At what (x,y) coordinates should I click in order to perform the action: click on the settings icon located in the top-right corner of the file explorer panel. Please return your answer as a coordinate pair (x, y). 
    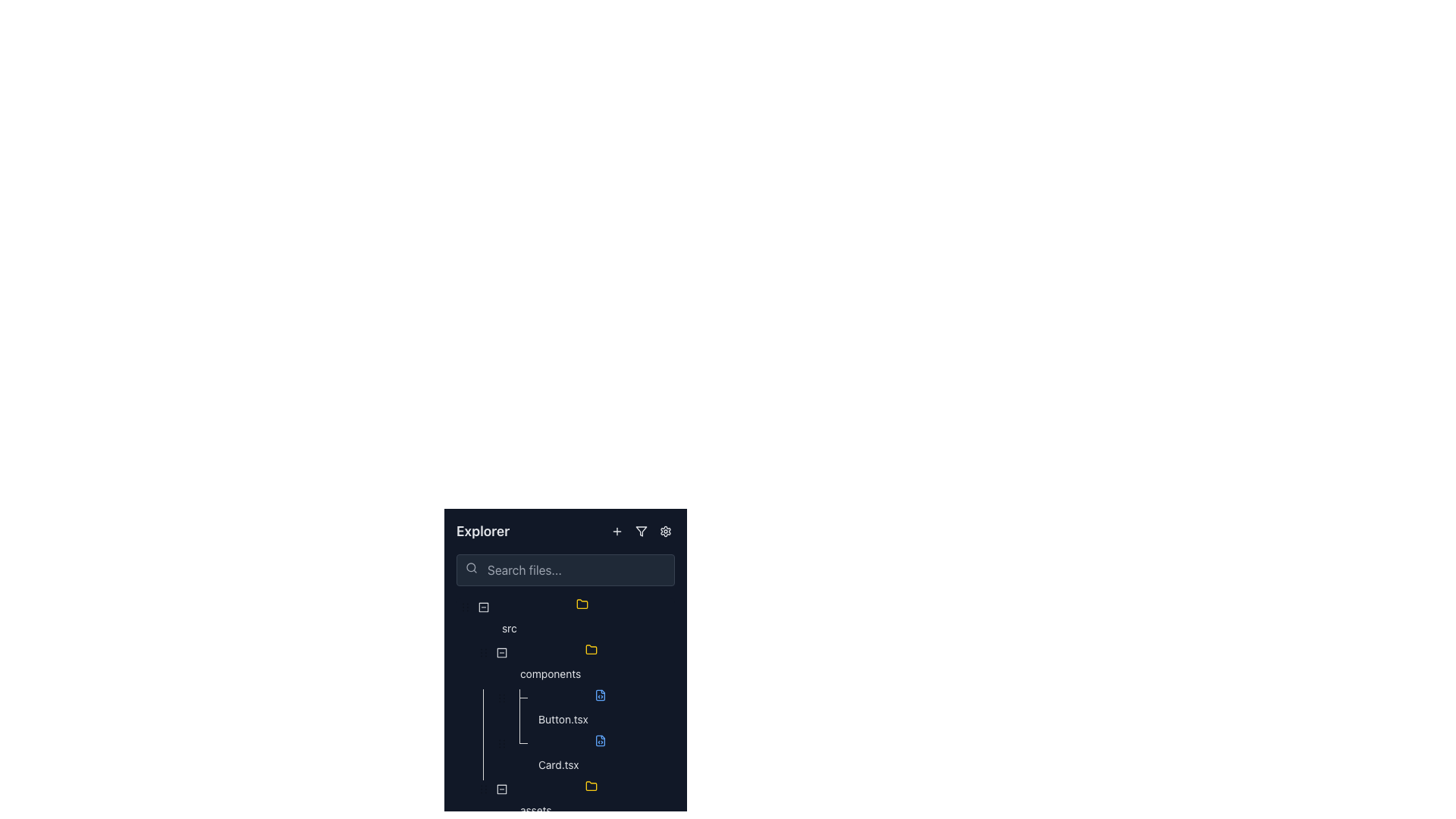
    Looking at the image, I should click on (666, 531).